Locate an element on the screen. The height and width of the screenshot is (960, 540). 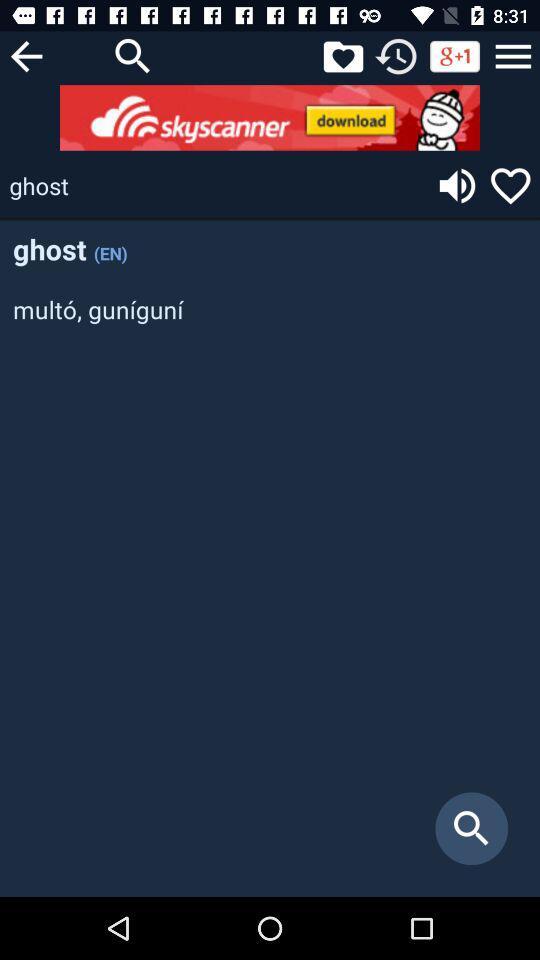
volume is located at coordinates (457, 185).